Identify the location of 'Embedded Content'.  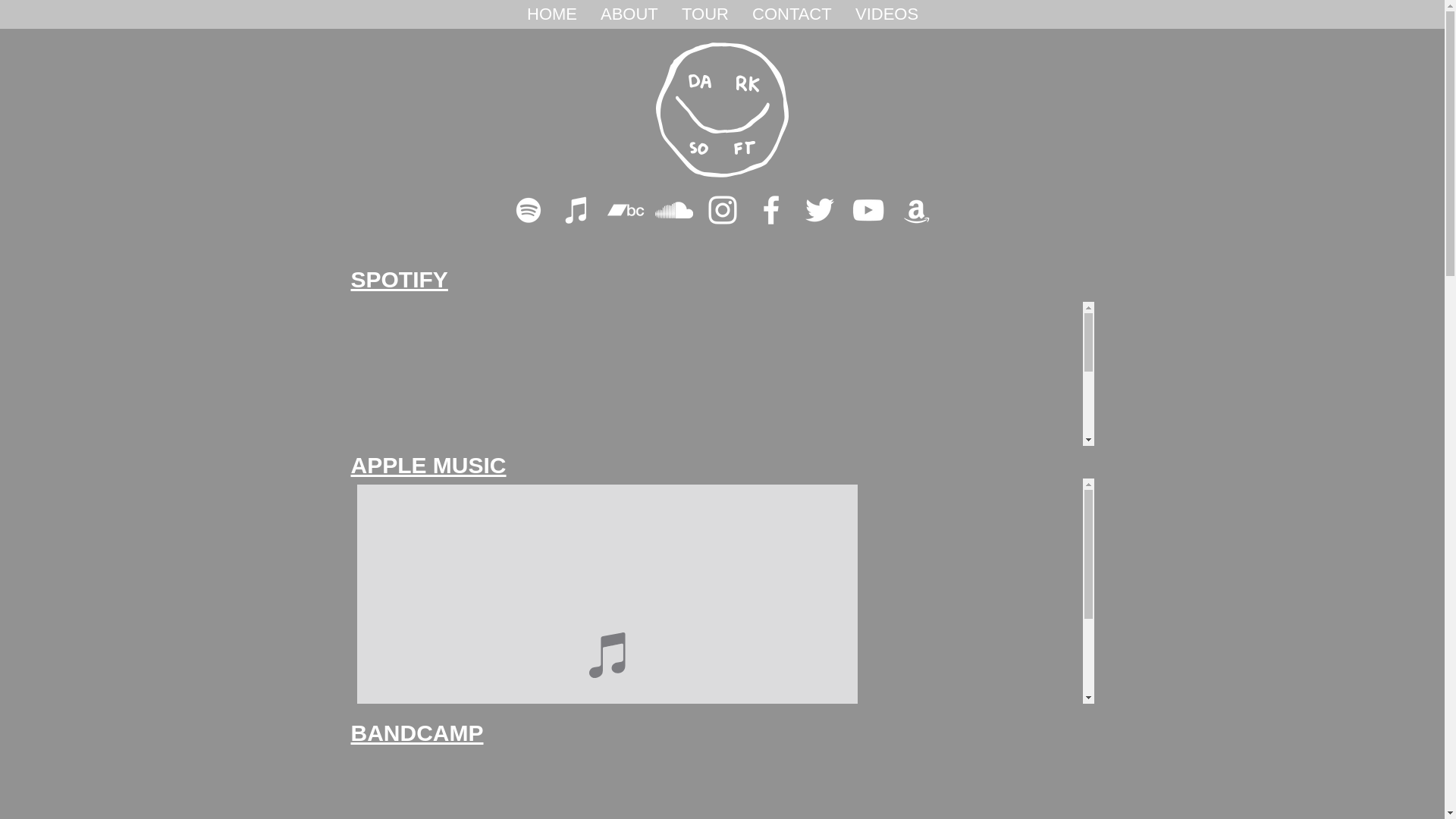
(720, 374).